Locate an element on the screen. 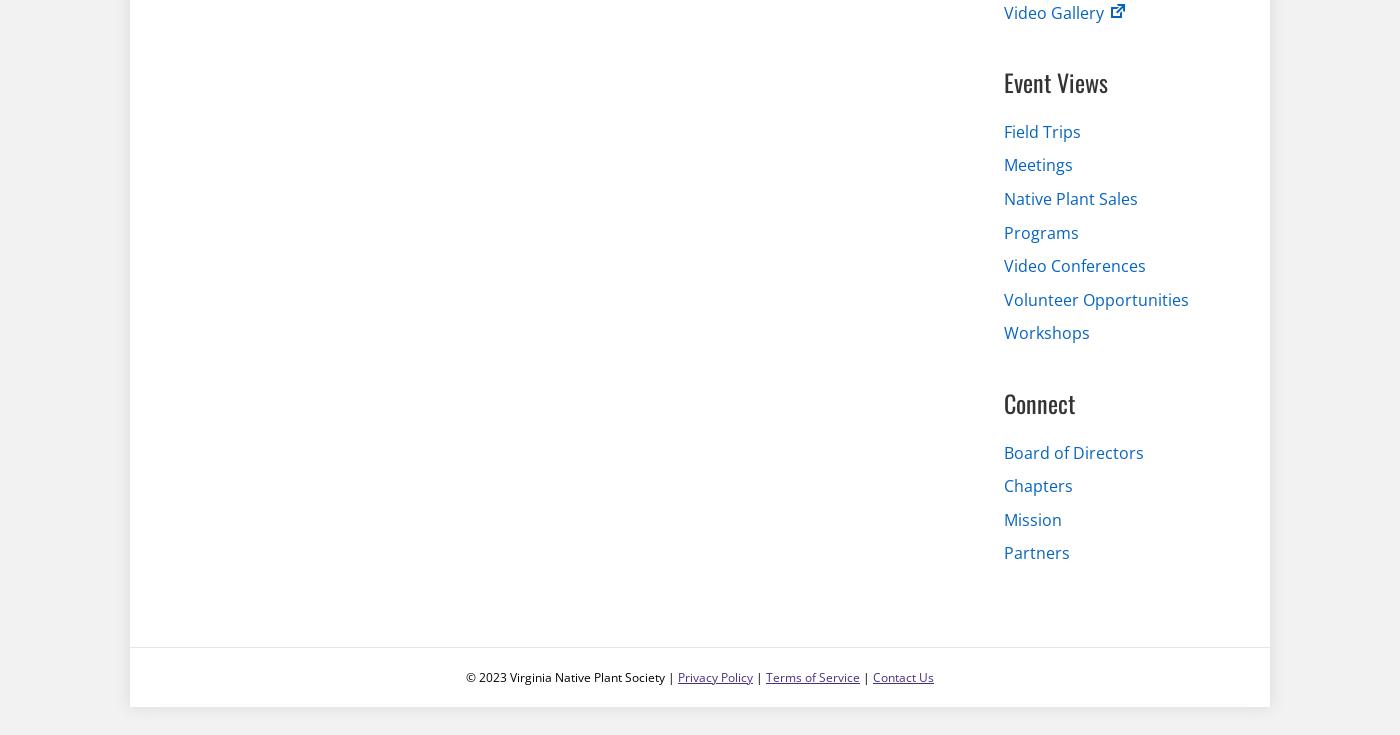 This screenshot has width=1400, height=735. 'Workshops' is located at coordinates (1047, 332).